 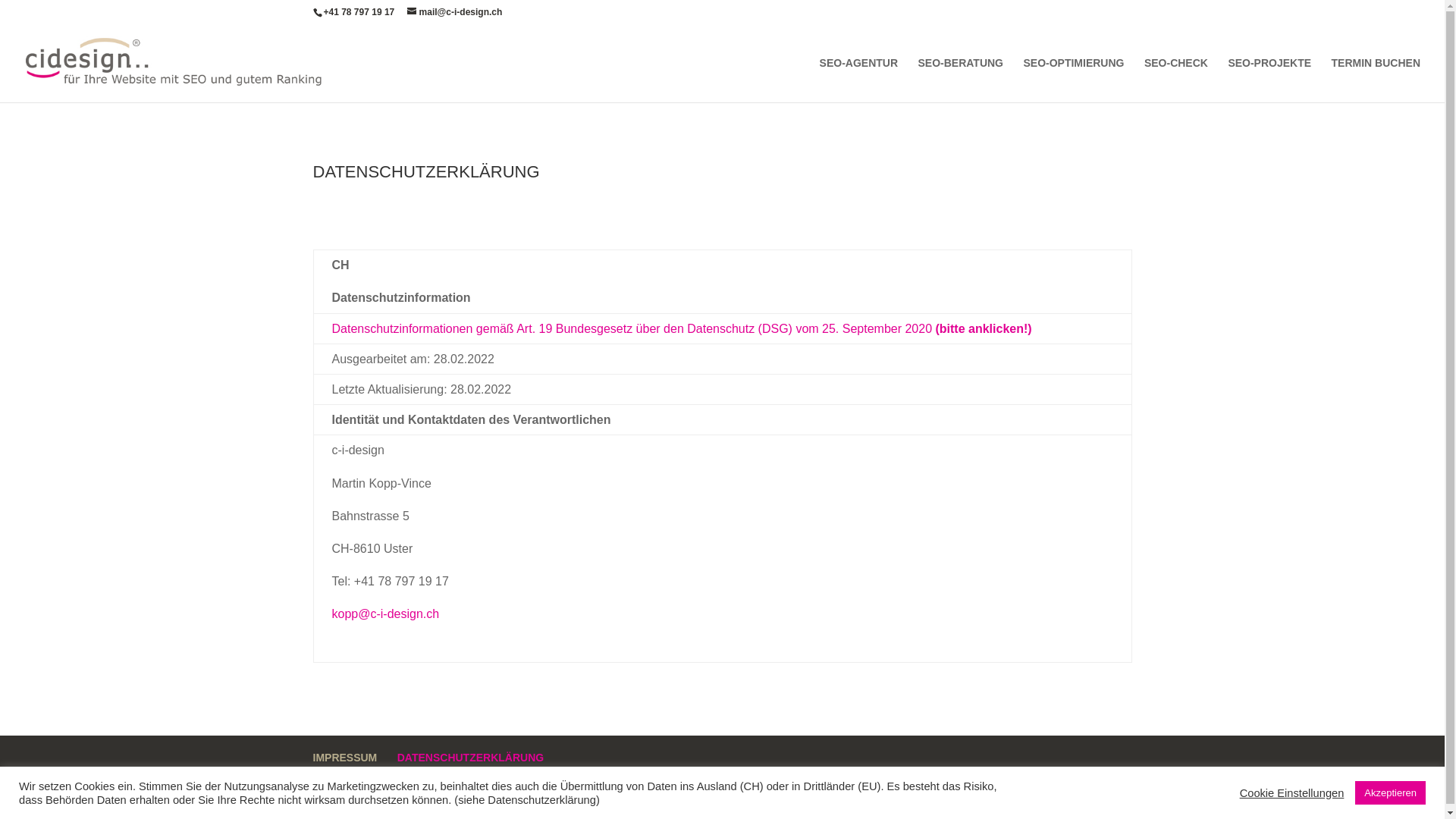 What do you see at coordinates (344, 758) in the screenshot?
I see `'IMPRESSUM'` at bounding box center [344, 758].